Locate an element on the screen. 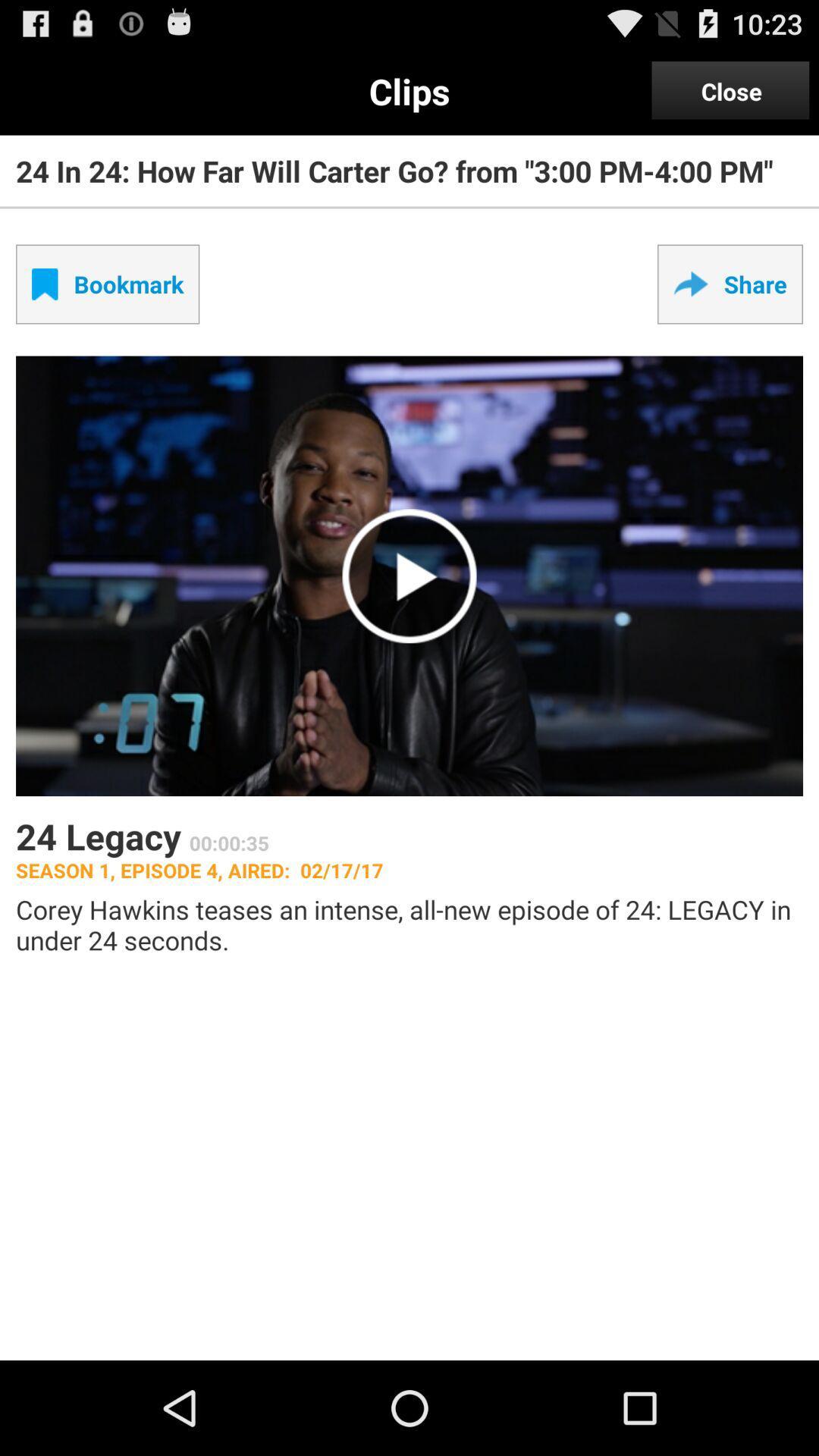 This screenshot has width=819, height=1456. the checkbox next to share item is located at coordinates (107, 284).